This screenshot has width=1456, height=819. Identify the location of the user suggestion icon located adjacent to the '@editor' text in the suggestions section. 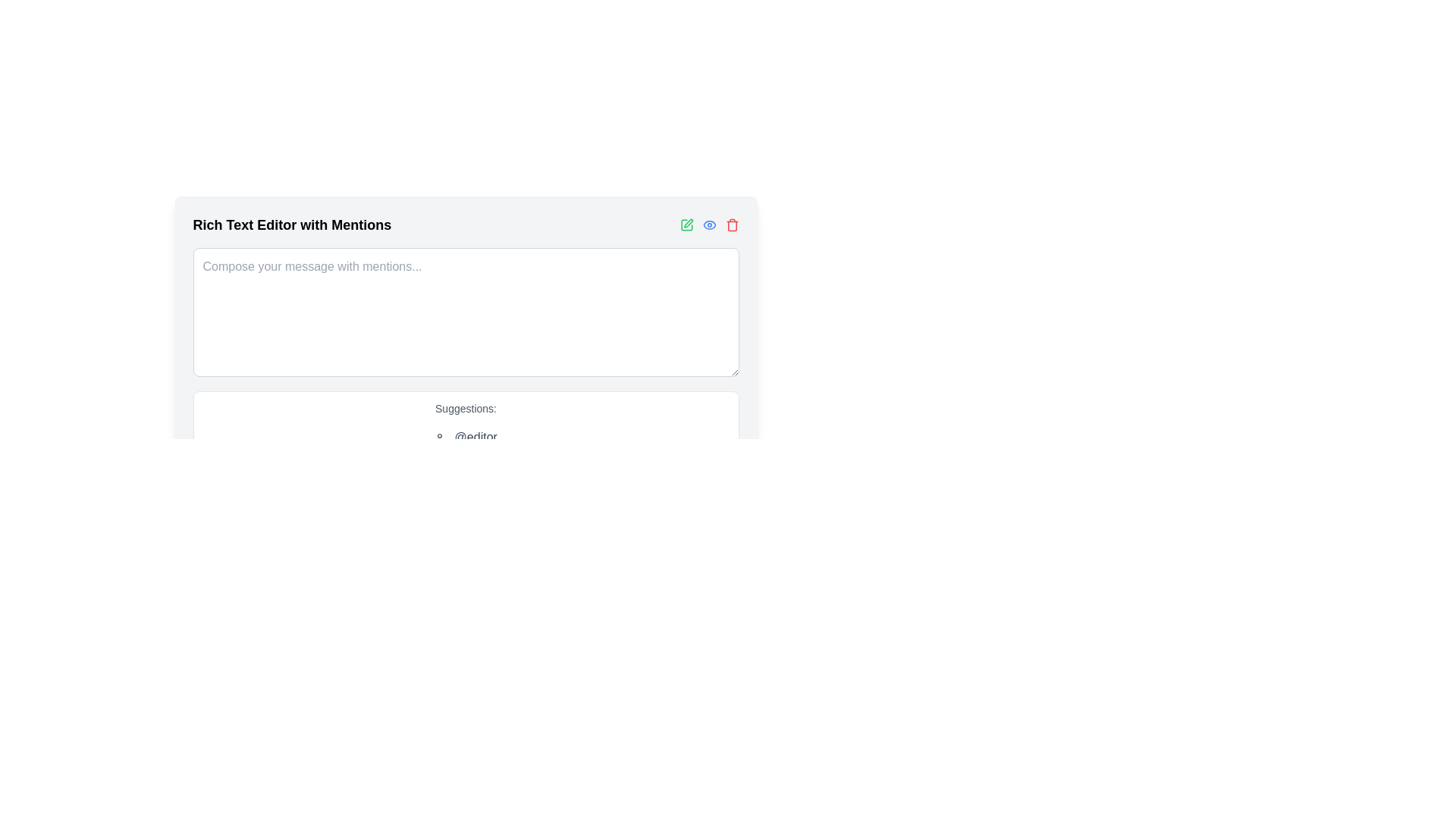
(439, 438).